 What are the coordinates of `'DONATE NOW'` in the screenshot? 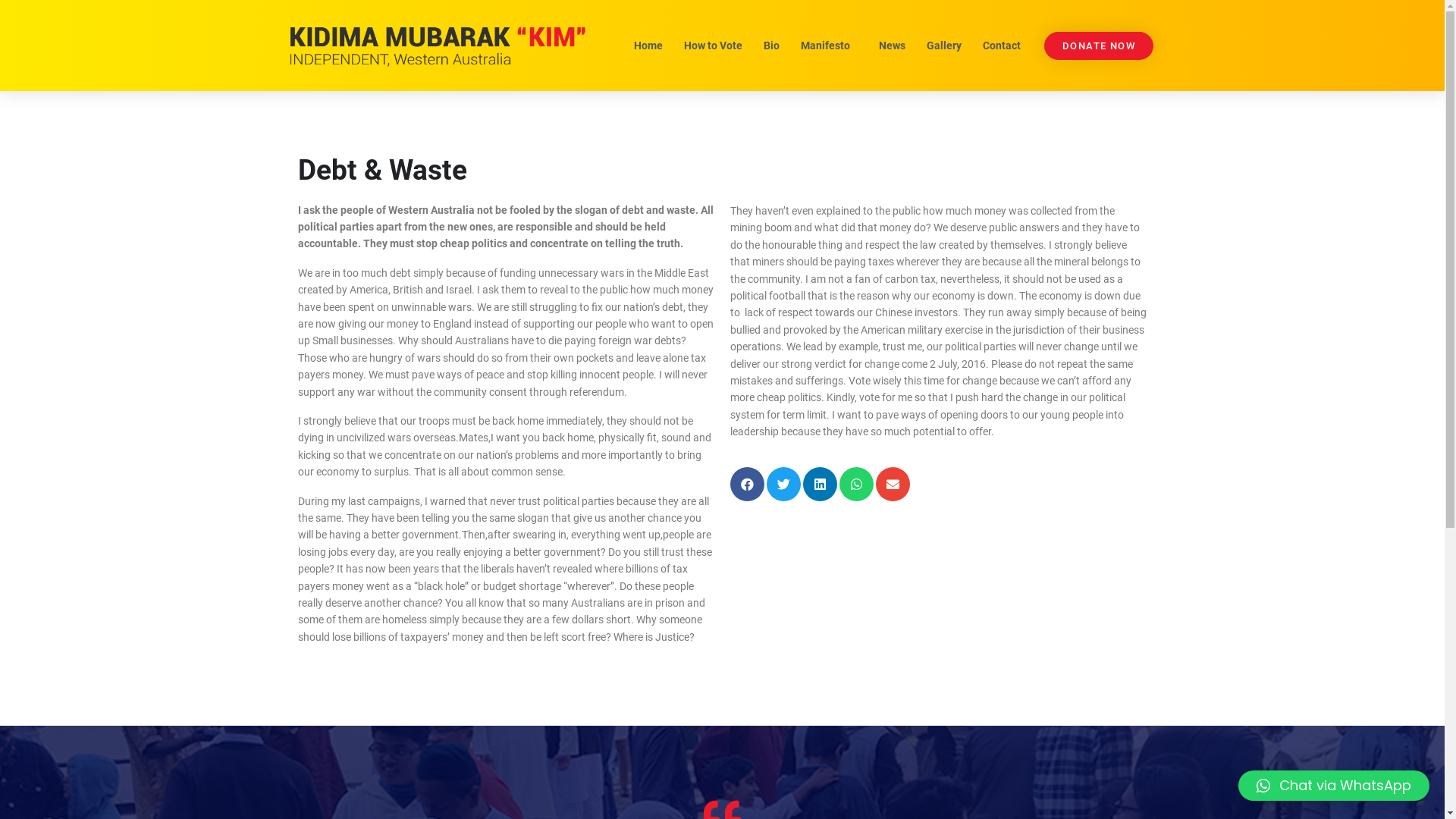 It's located at (1099, 45).